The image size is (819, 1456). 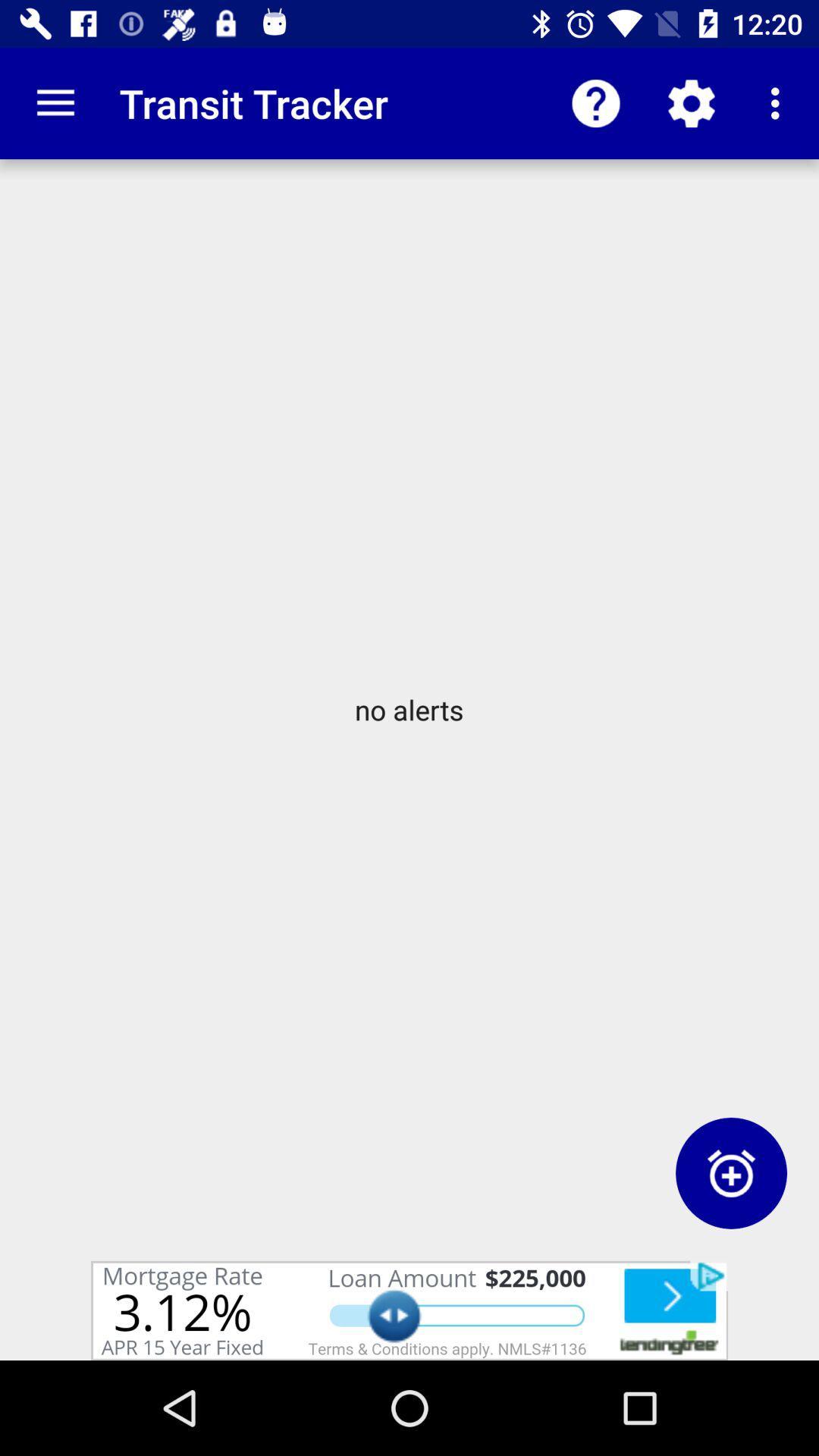 I want to click on the time icon, so click(x=730, y=1172).